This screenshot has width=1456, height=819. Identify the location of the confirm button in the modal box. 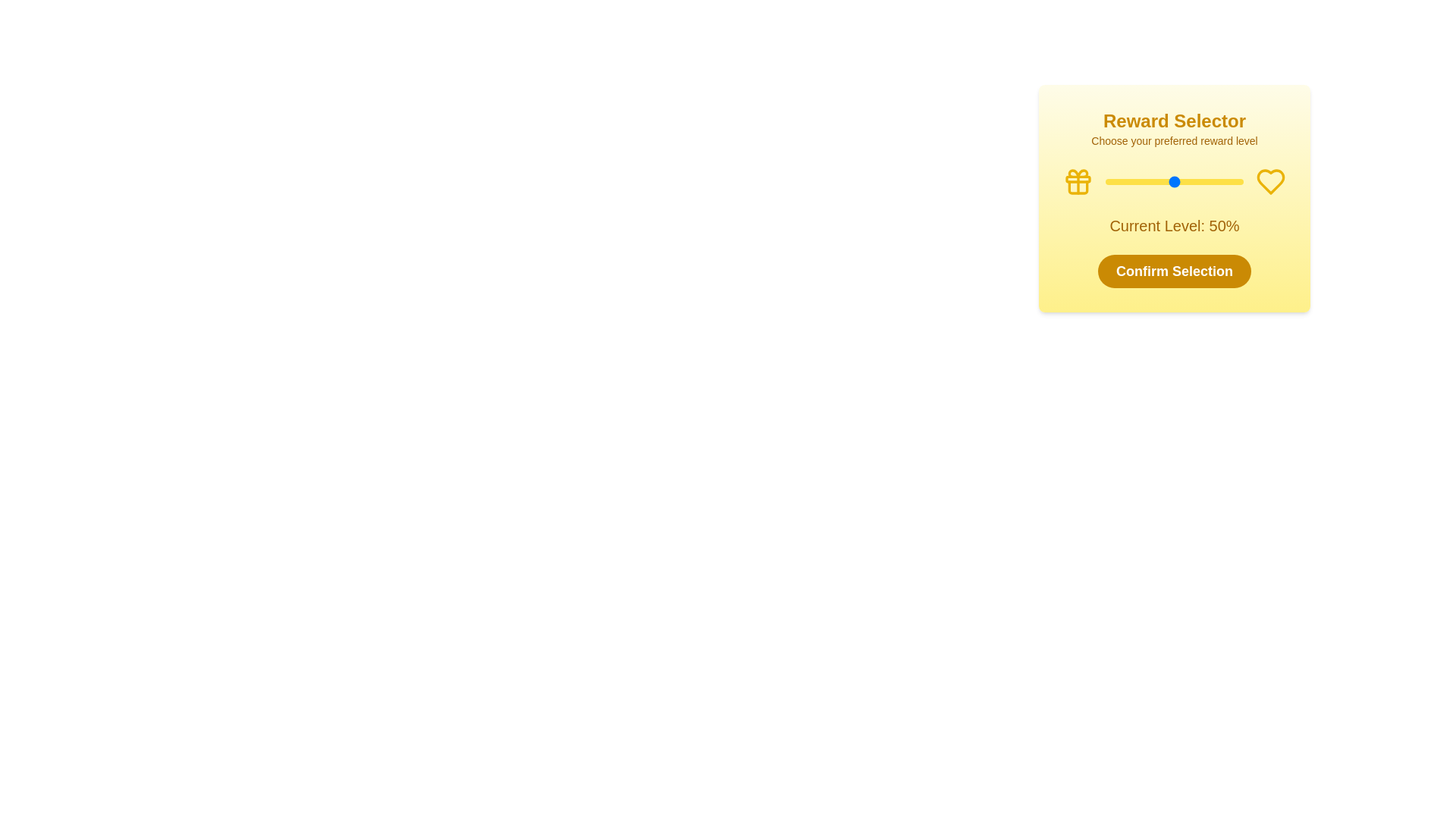
(1174, 206).